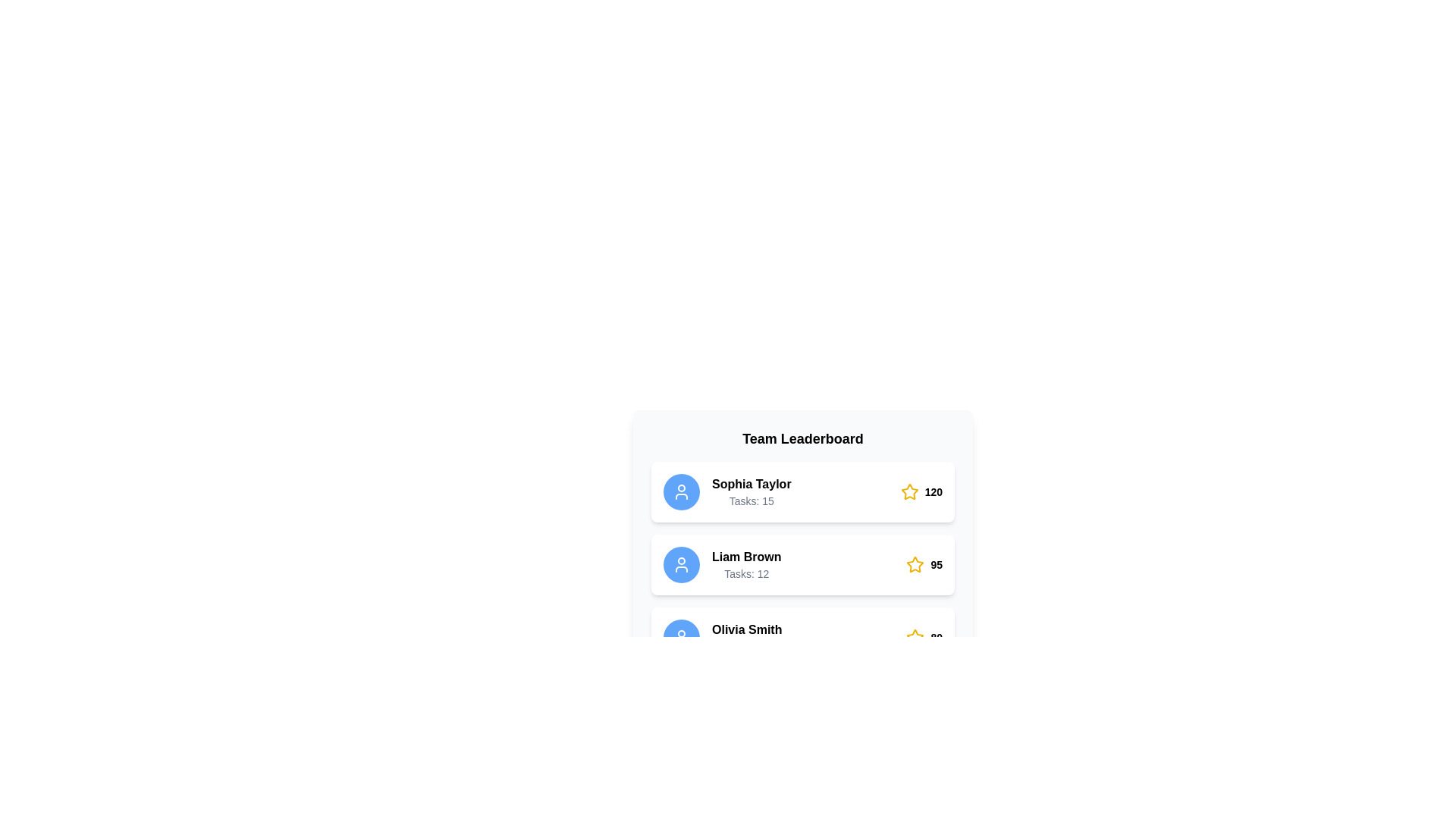 Image resolution: width=1456 pixels, height=819 pixels. I want to click on the star icon that denotes the rating or favorite status of 'Liam Brown' in the leaderboard, located in the right corner of the list item row before the number '95', so click(915, 564).